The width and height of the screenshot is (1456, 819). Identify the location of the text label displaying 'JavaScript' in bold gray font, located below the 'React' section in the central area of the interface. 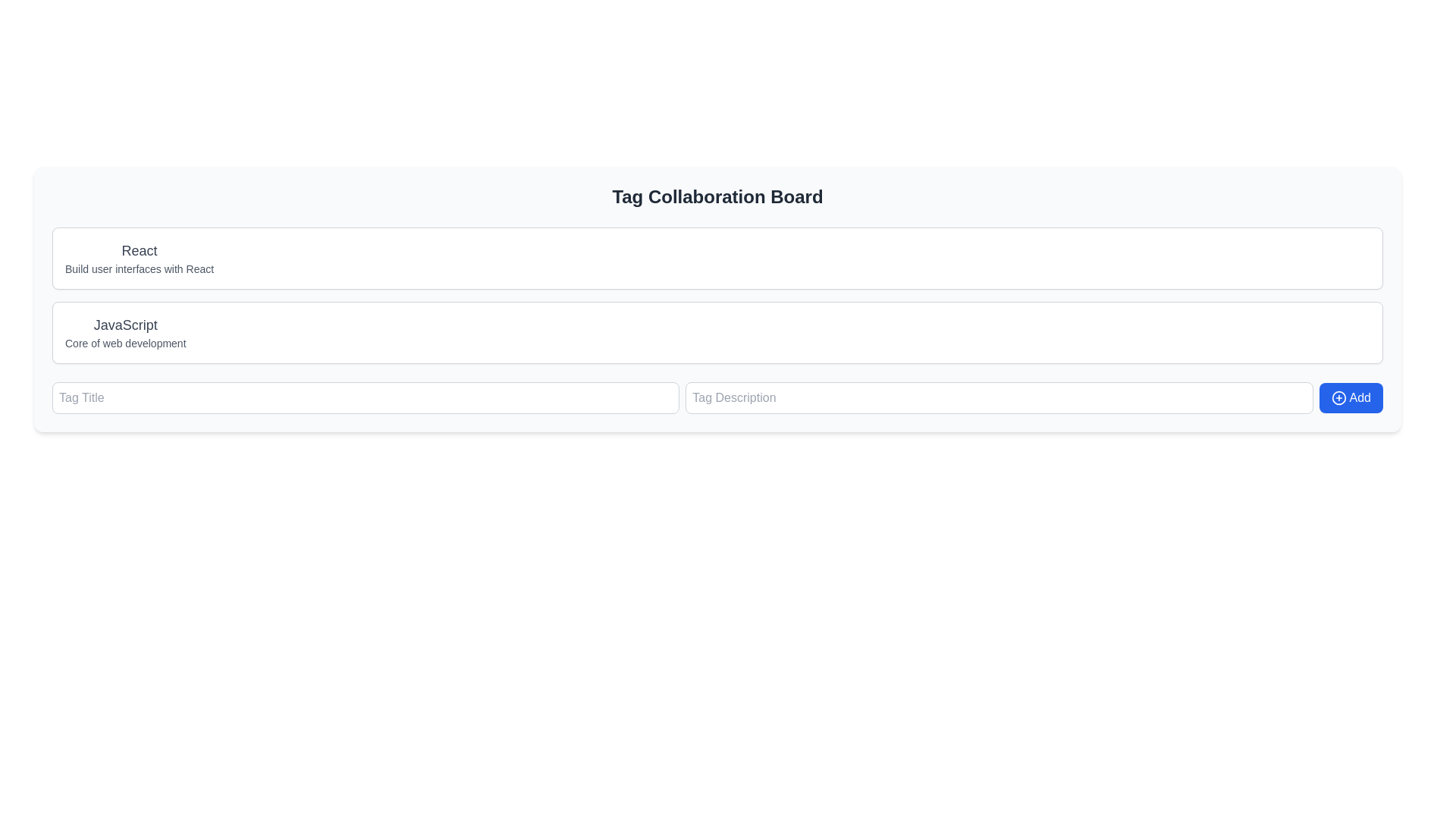
(125, 324).